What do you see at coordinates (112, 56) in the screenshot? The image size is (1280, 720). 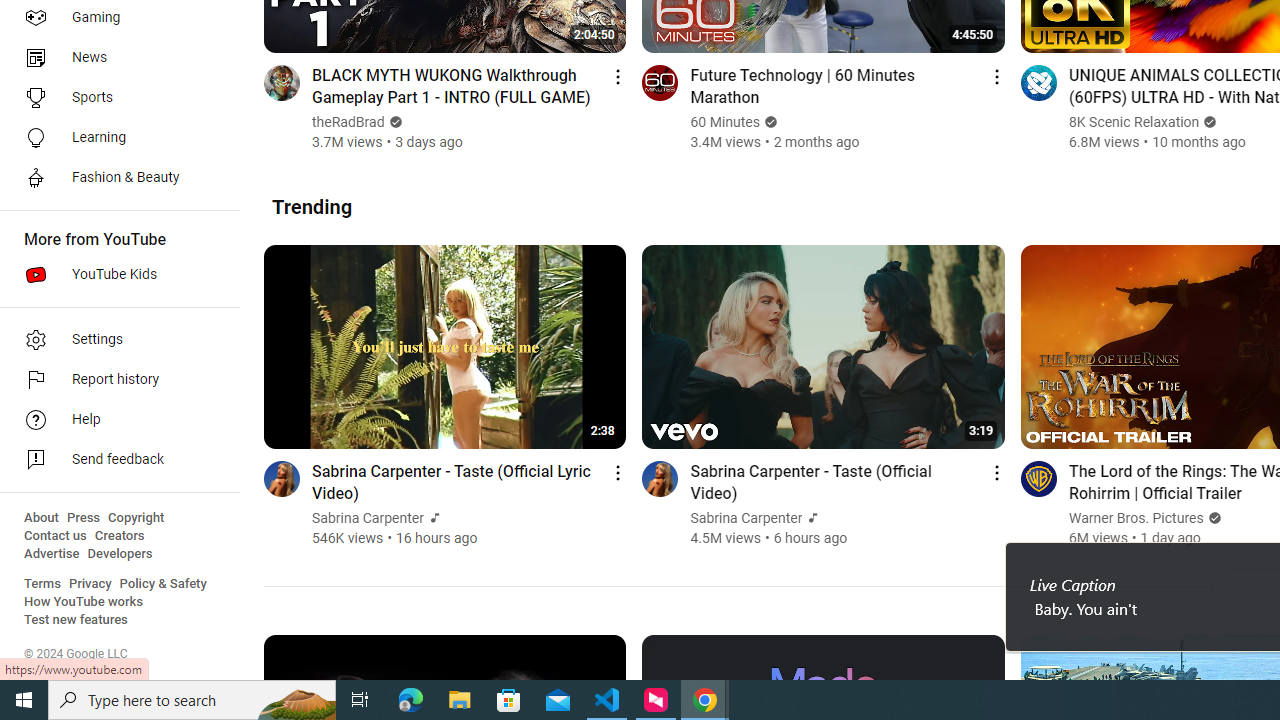 I see `'News'` at bounding box center [112, 56].